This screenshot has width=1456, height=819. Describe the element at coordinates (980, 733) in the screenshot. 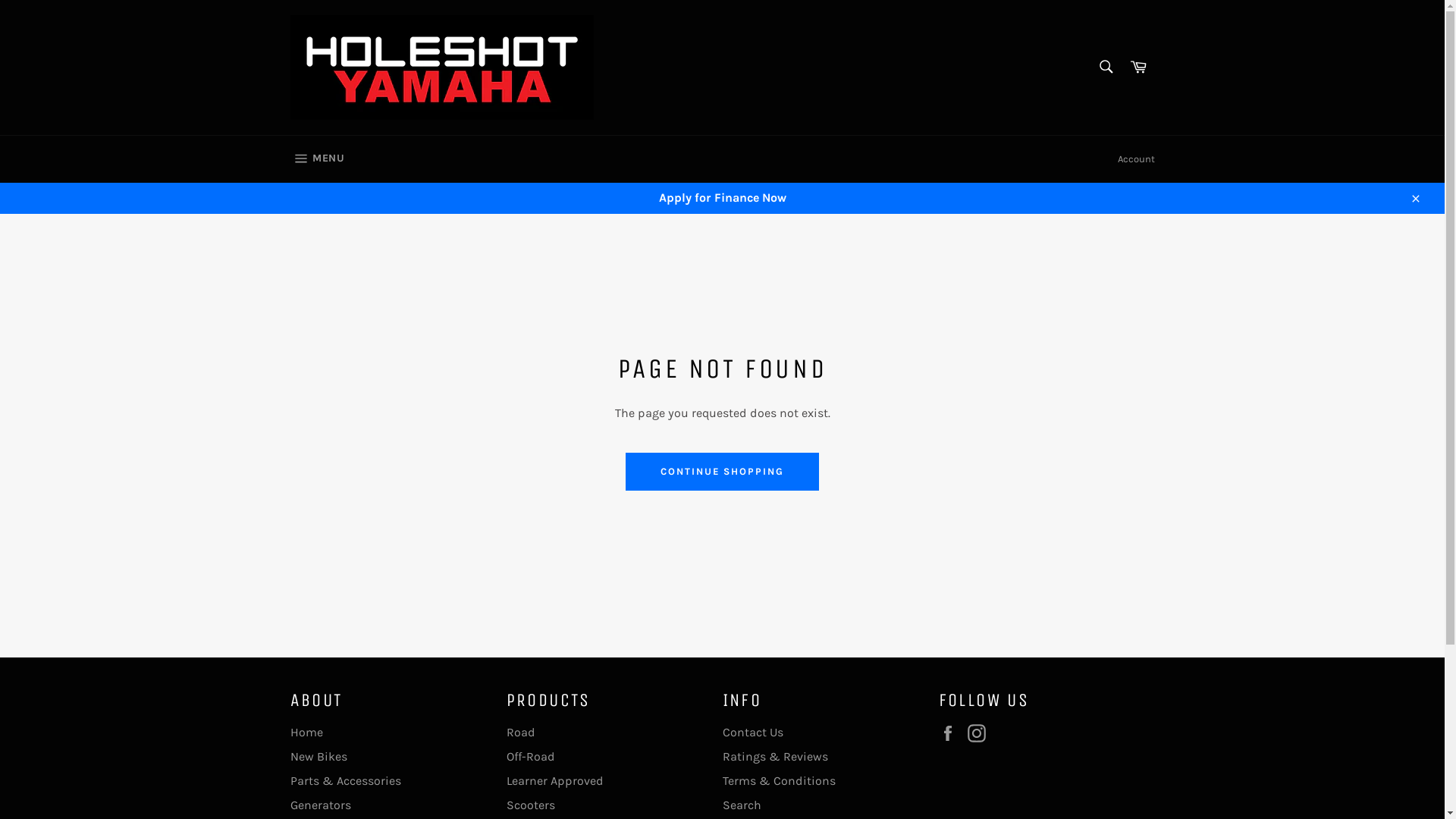

I see `'Instagram'` at that location.